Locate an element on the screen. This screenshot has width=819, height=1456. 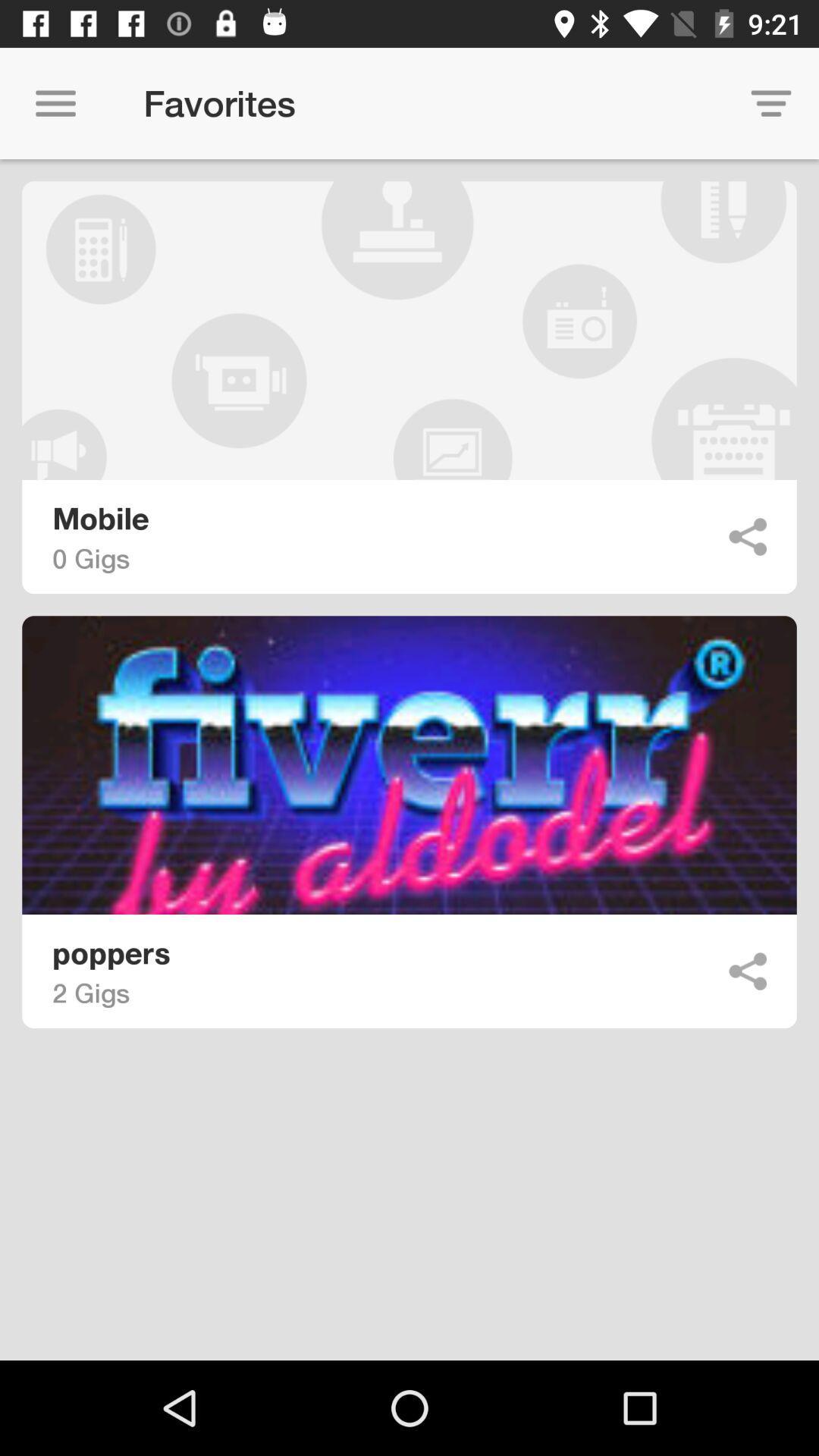
go back is located at coordinates (747, 971).